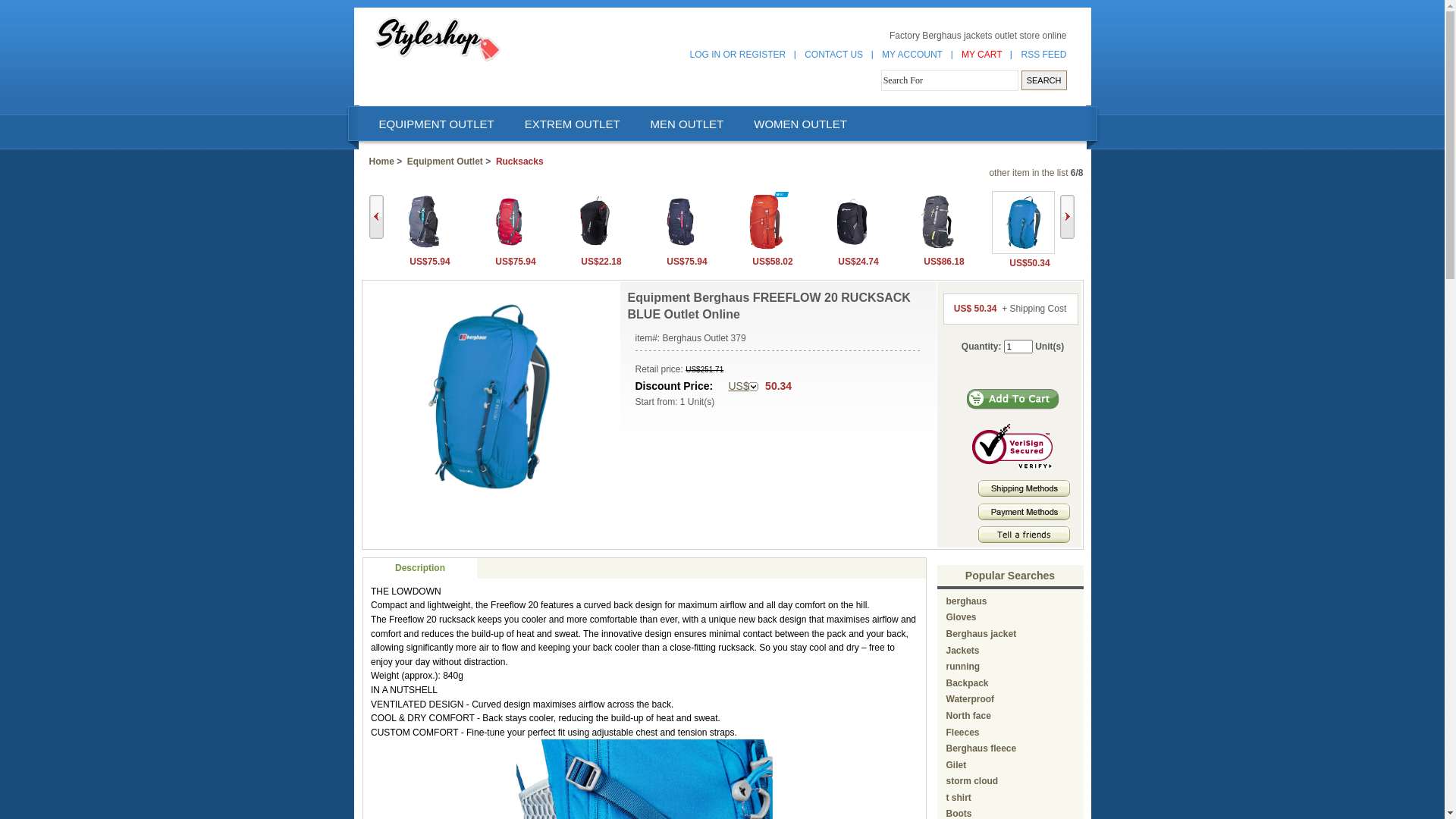  I want to click on 'berghaus', so click(966, 601).